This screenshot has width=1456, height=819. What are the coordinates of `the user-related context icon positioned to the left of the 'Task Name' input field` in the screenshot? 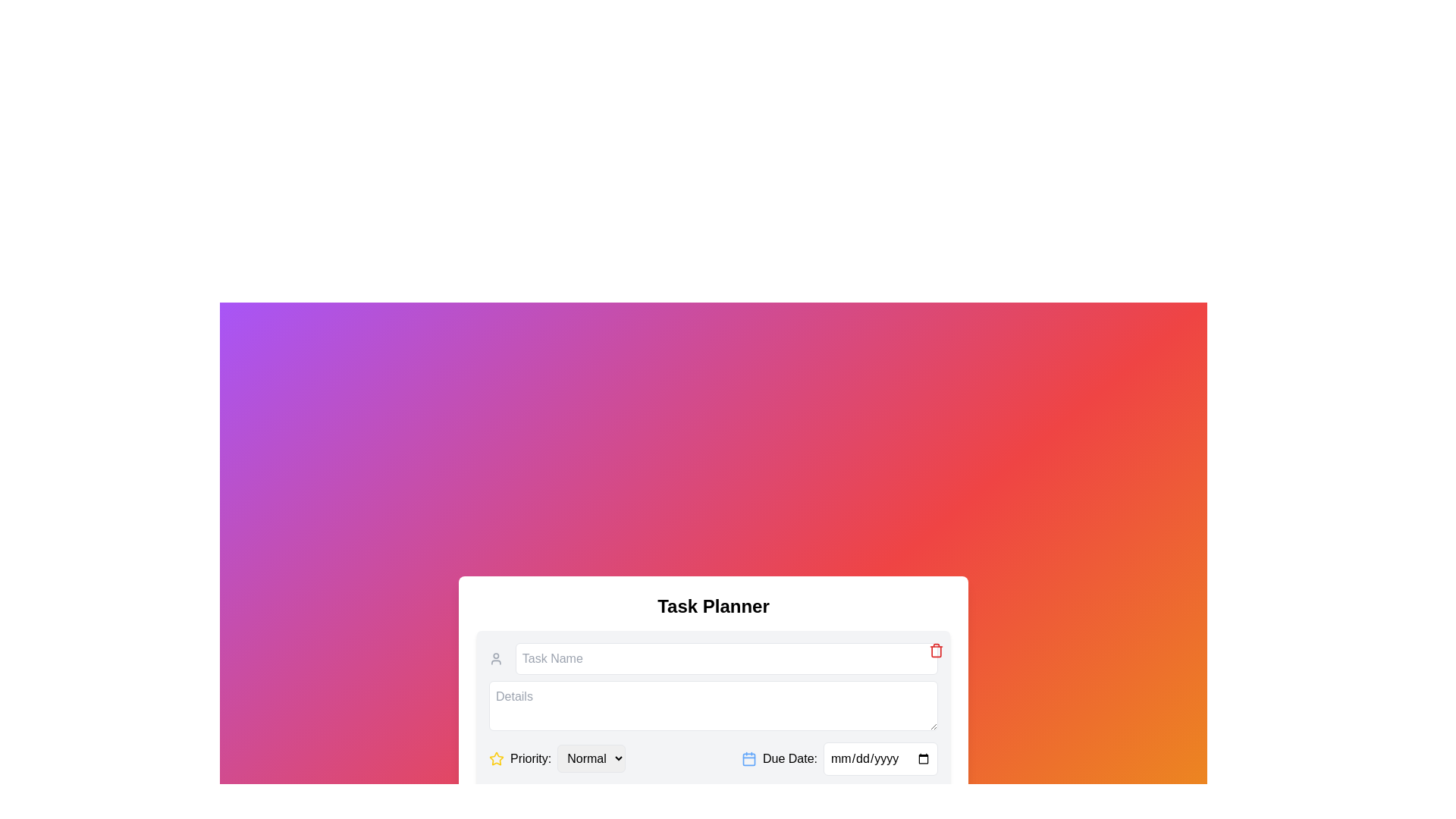 It's located at (496, 657).